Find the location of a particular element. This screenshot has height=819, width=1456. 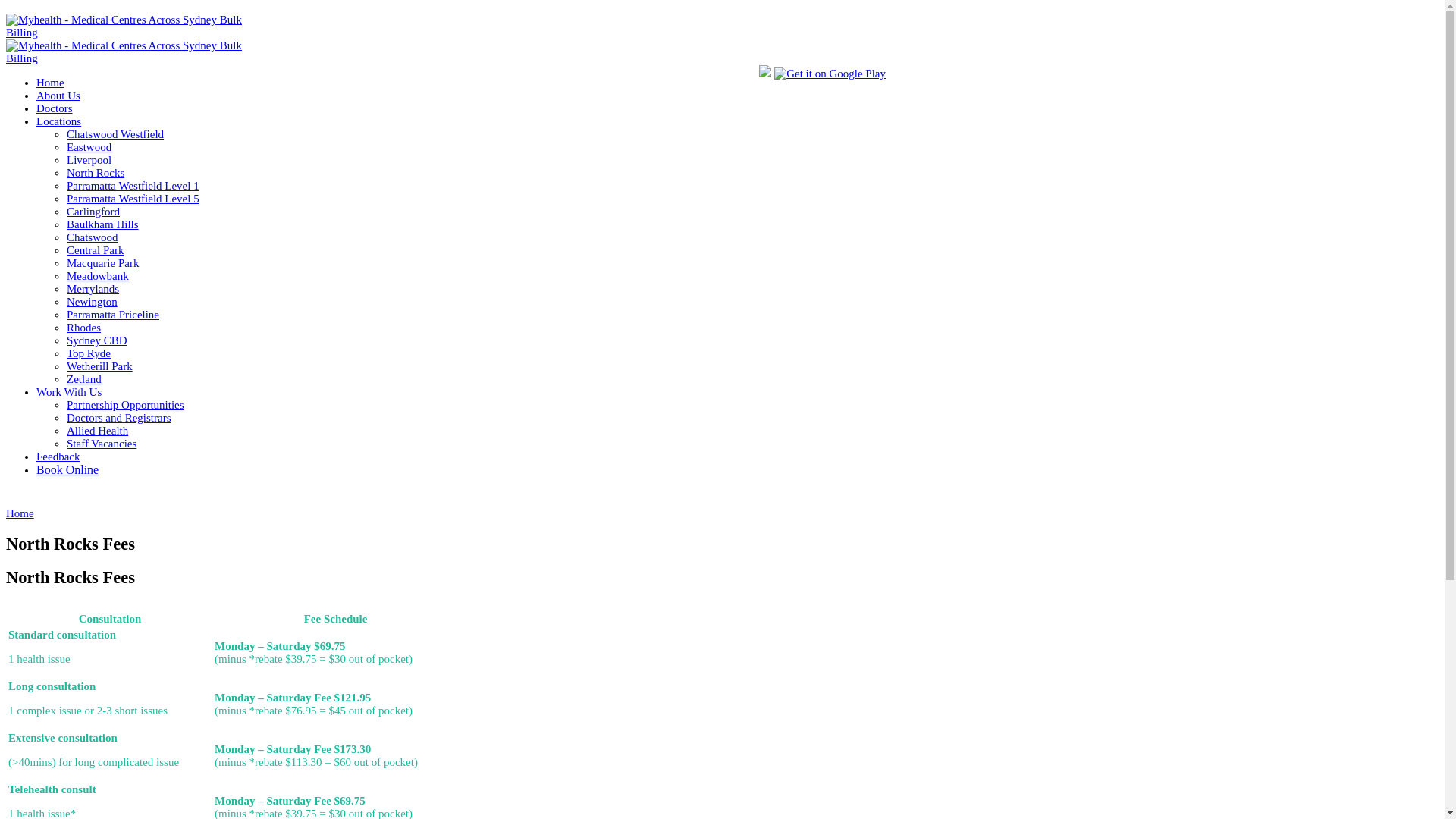

'Chatswood' is located at coordinates (65, 237).